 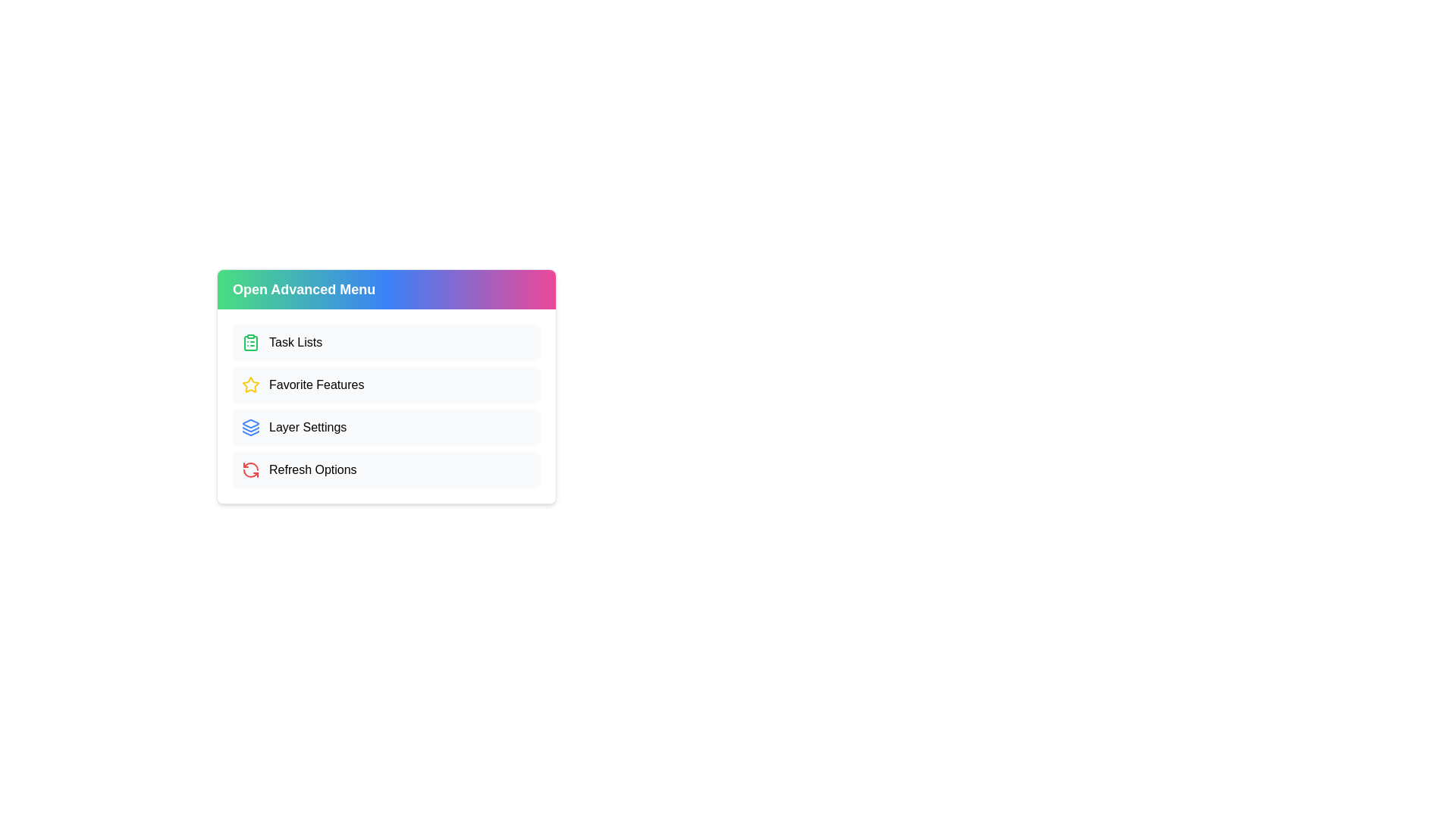 I want to click on the 'Layer Settings' option in the menu, so click(x=386, y=427).